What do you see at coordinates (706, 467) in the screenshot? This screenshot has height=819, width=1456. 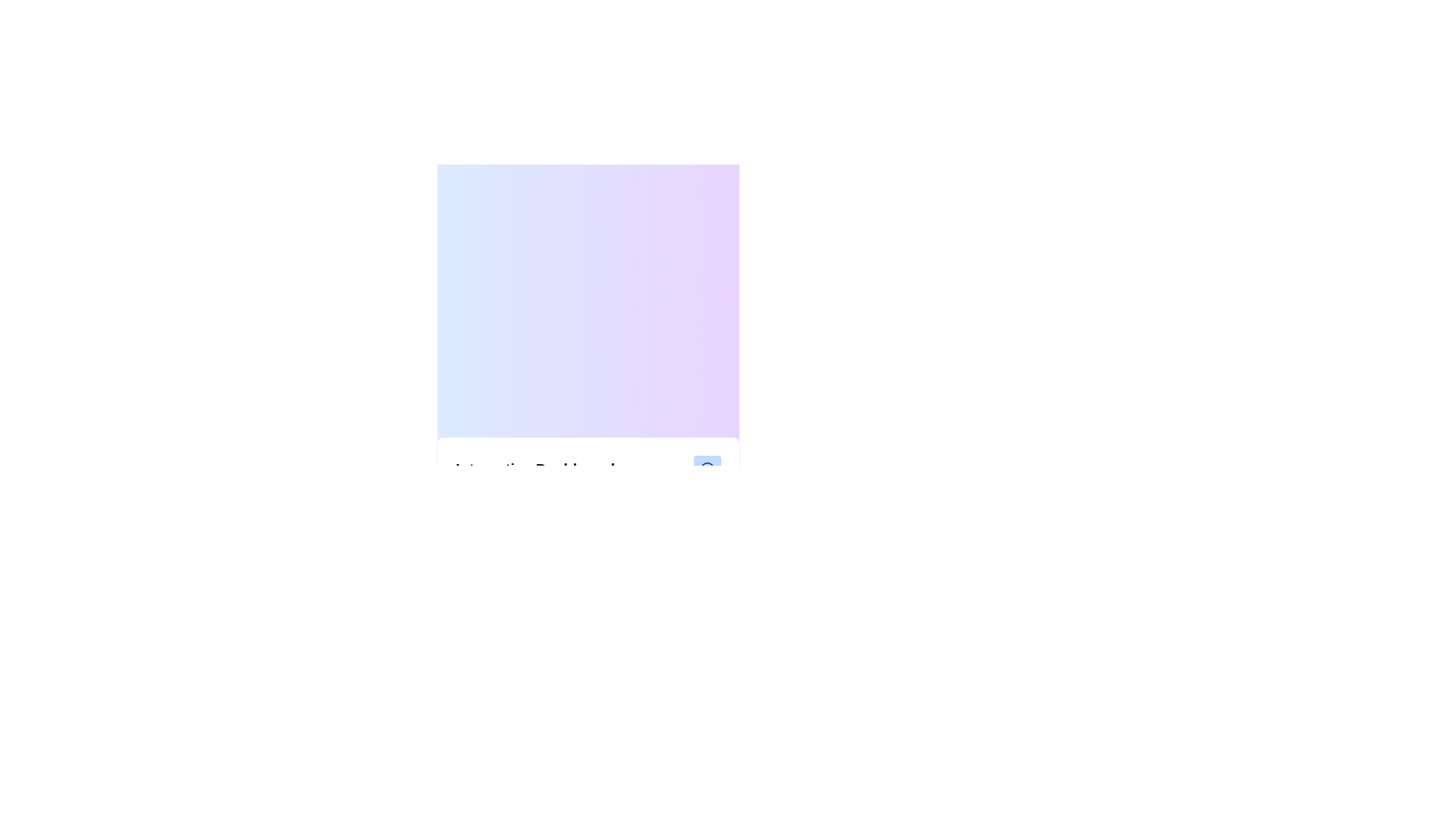 I see `the help button with an embedded icon located at the right side of the 'Interactive Dashboard' header` at bounding box center [706, 467].